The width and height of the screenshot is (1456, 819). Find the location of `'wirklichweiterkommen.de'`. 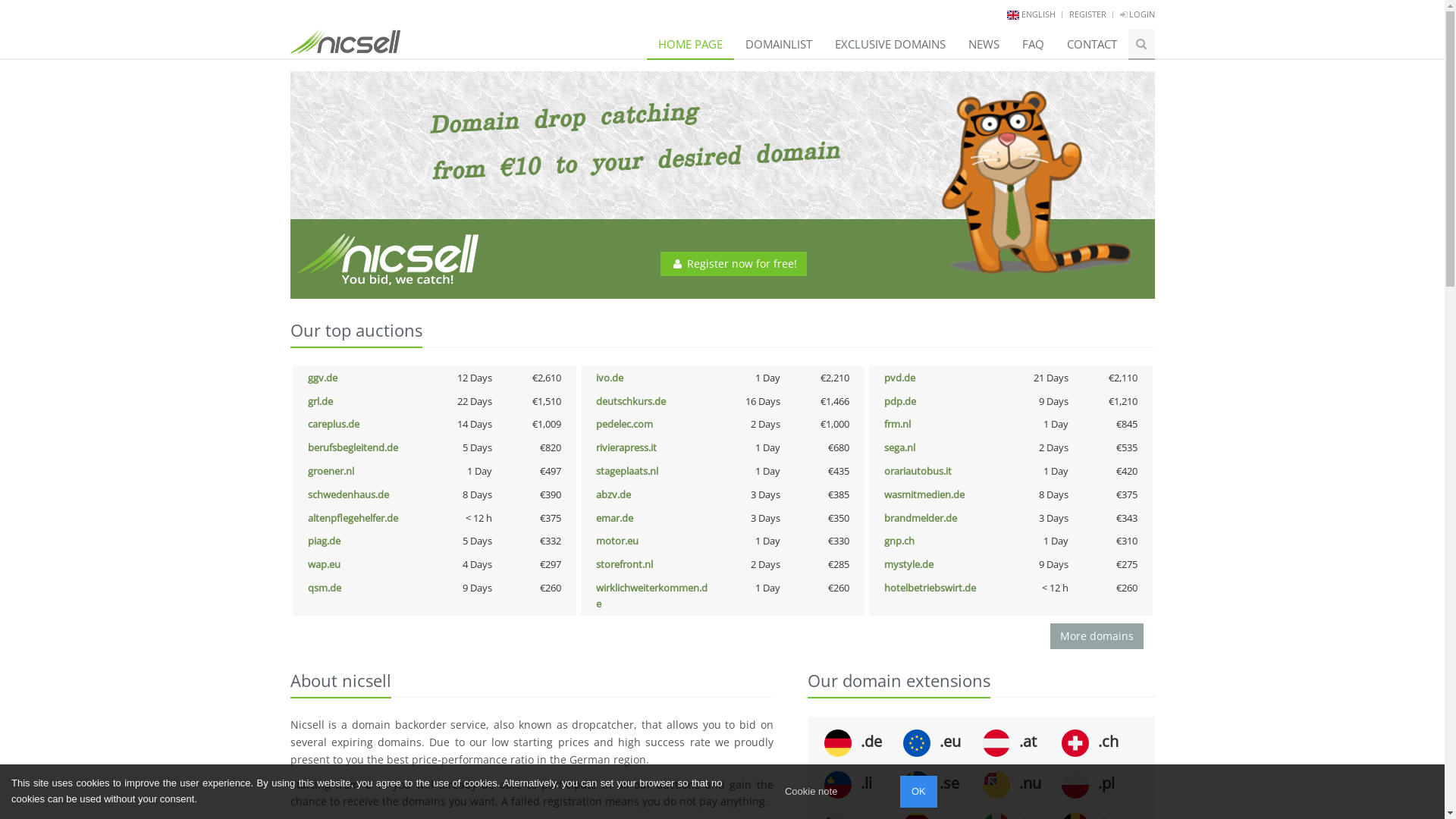

'wirklichweiterkommen.de' is located at coordinates (651, 595).